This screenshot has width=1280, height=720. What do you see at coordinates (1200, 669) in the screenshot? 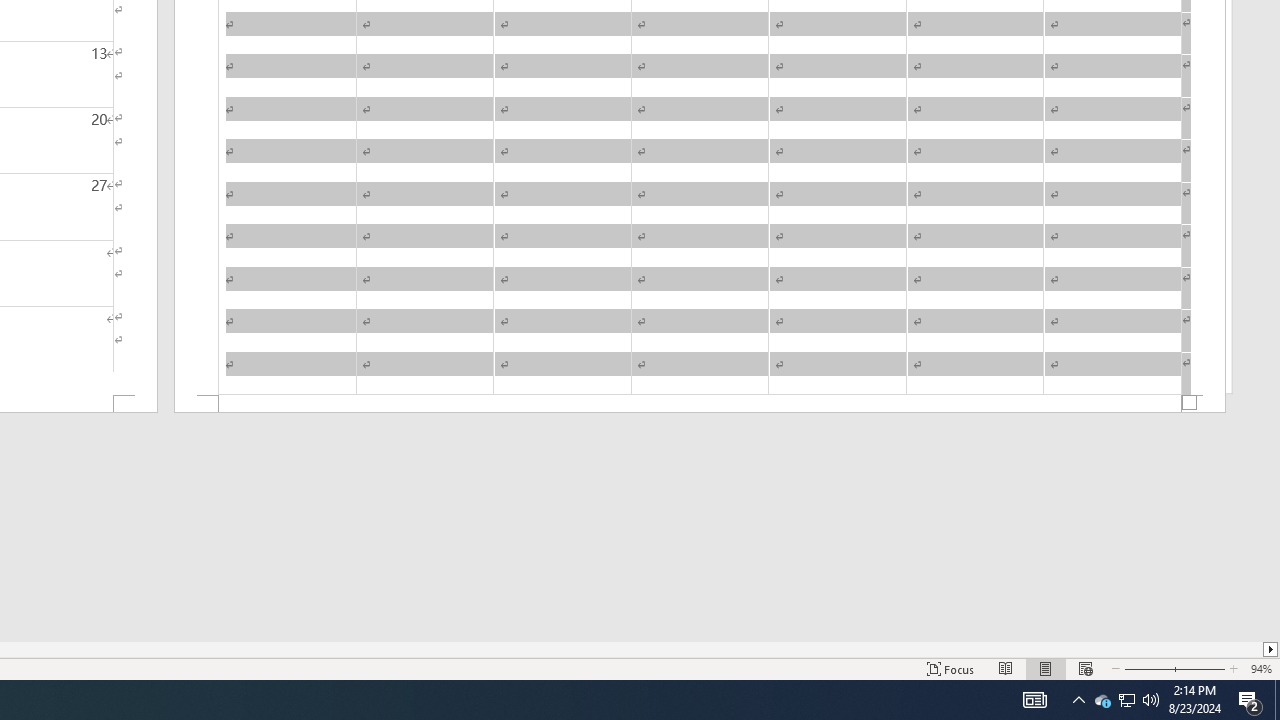
I see `'Zoom In'` at bounding box center [1200, 669].